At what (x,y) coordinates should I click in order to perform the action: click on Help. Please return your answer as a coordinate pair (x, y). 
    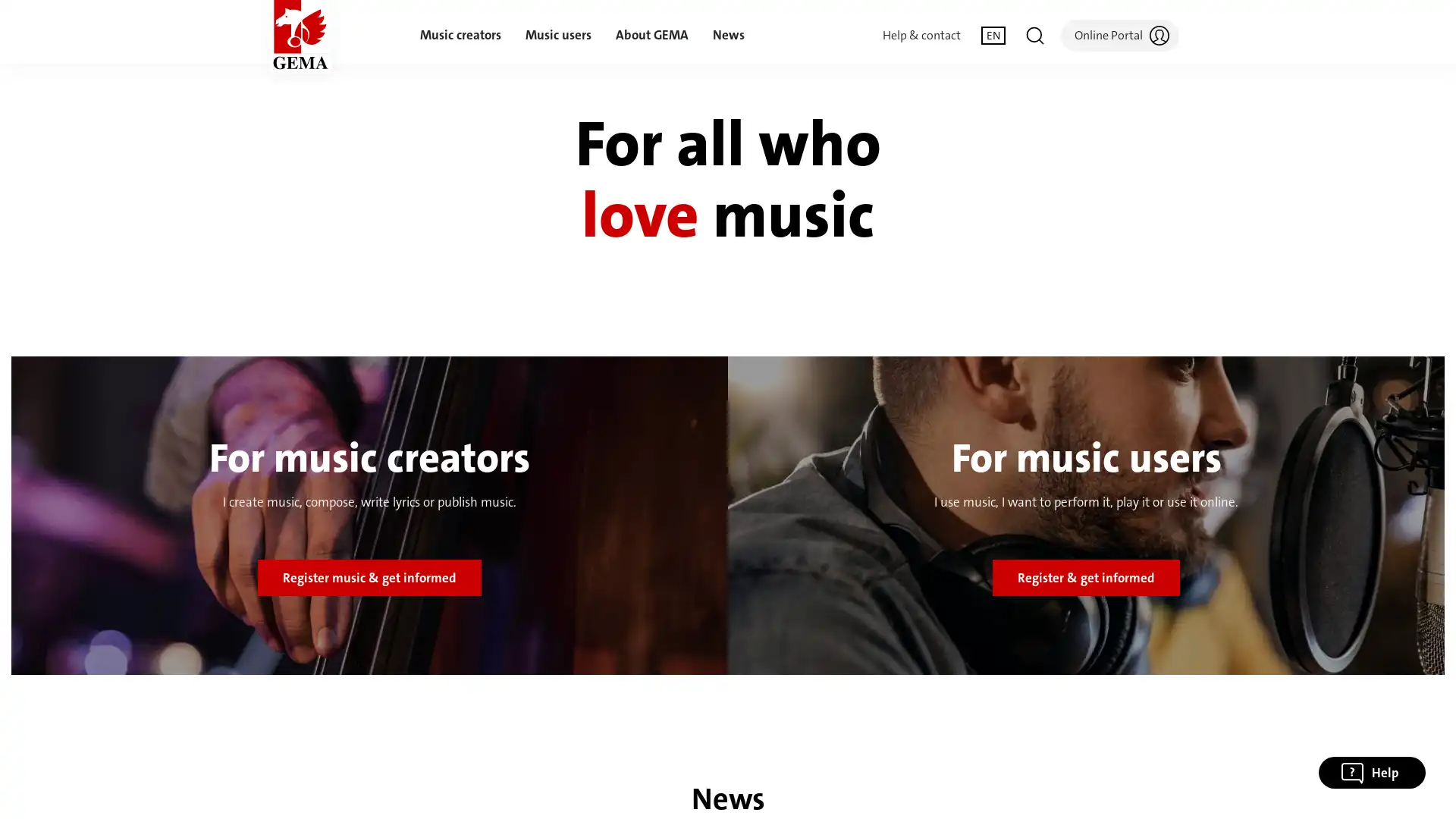
    Looking at the image, I should click on (1372, 772).